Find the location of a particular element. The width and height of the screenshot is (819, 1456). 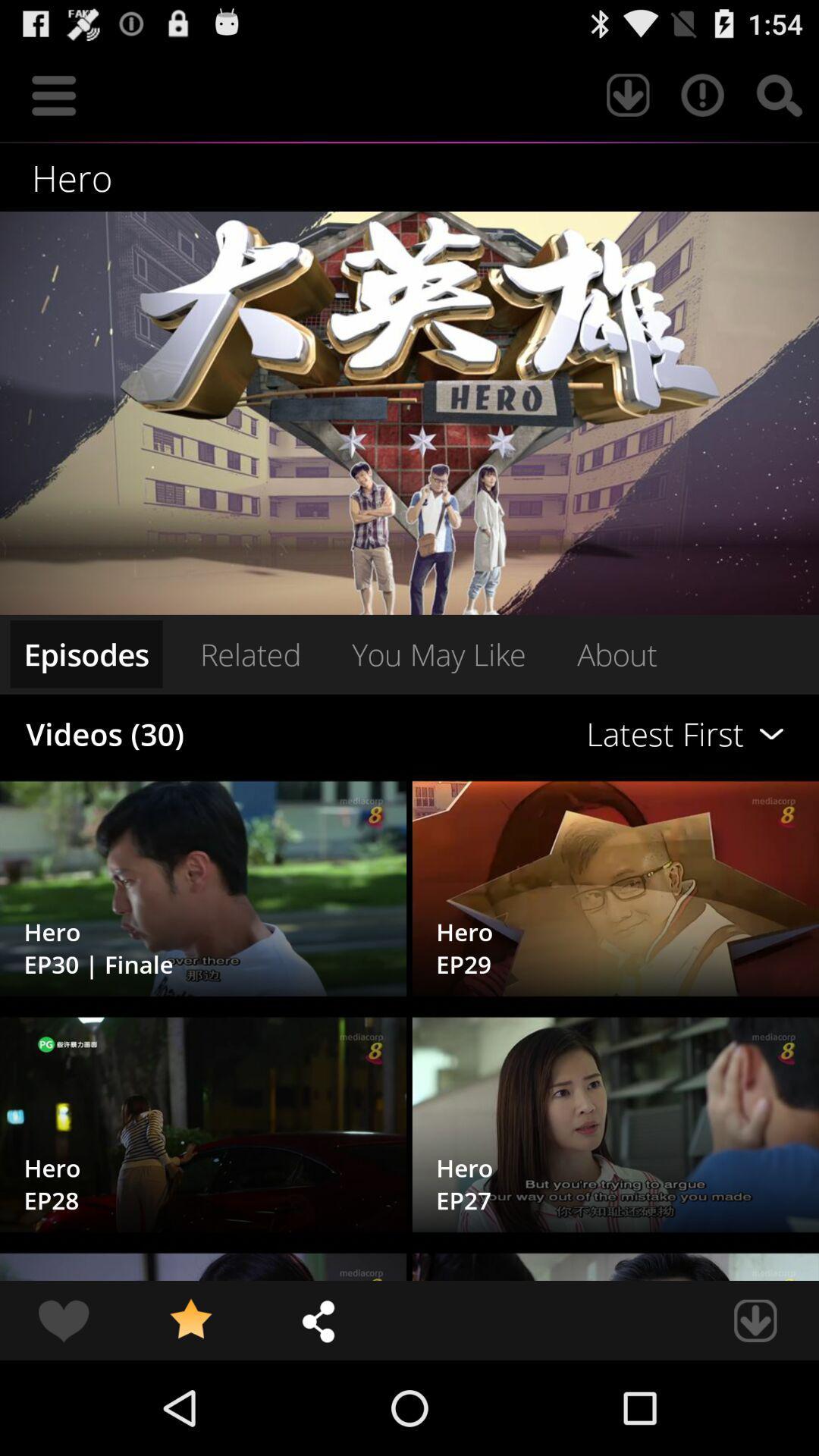

the item at the top left corner is located at coordinates (53, 94).